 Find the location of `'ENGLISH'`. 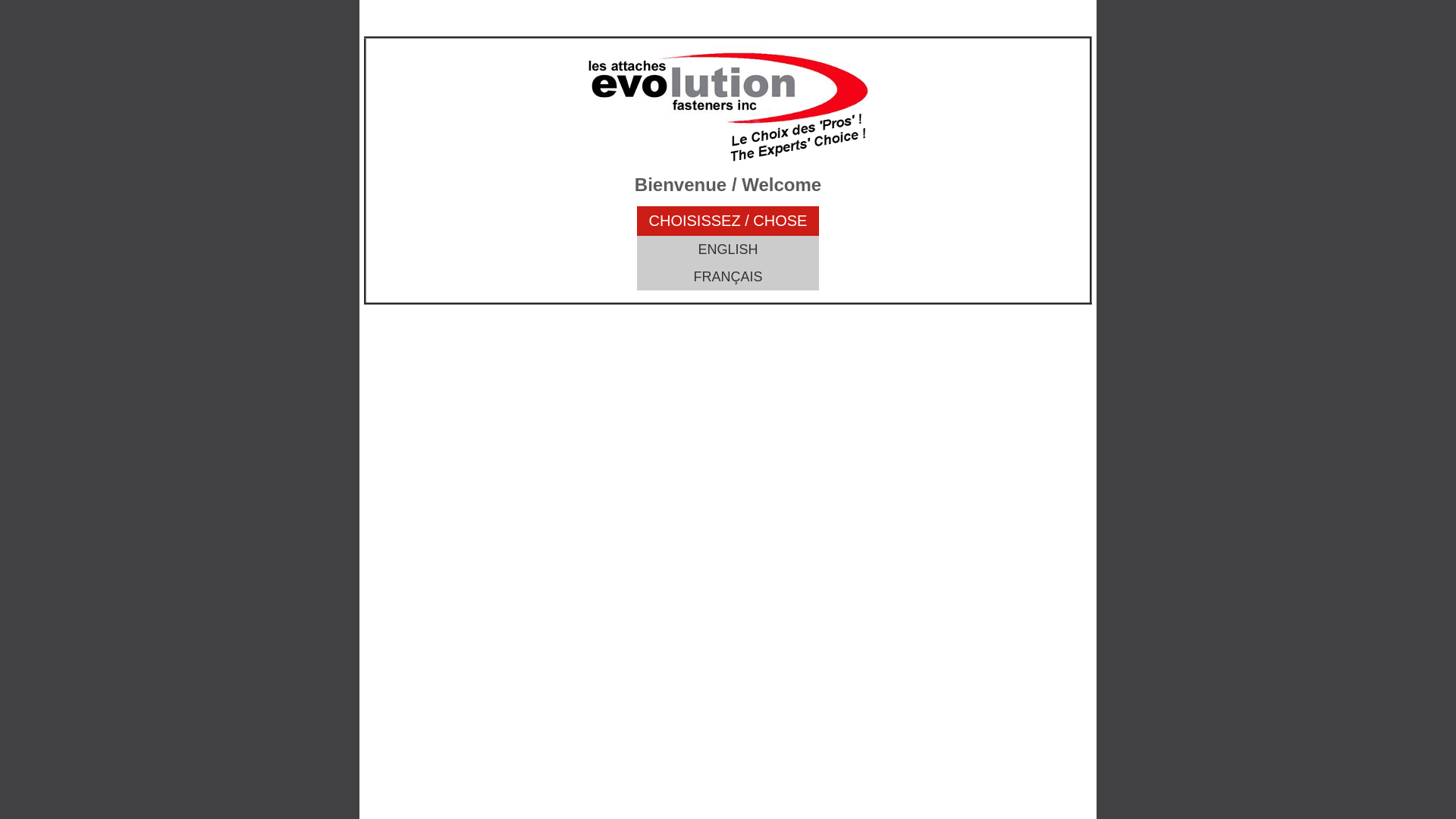

'ENGLISH' is located at coordinates (728, 248).